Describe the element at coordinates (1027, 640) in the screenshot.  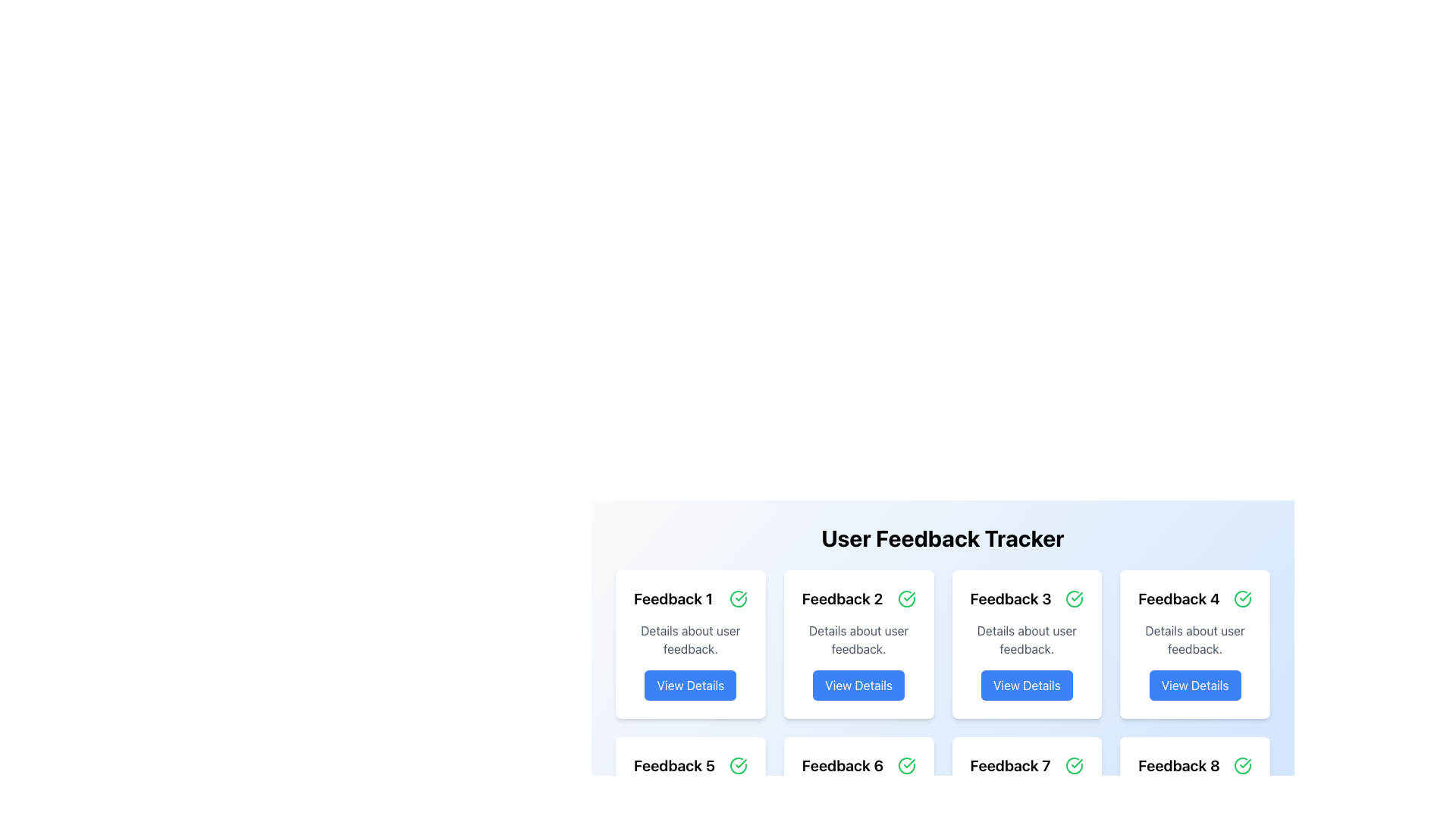
I see `the text label located beneath the header 'Feedback 3' and above the 'View Details' button within the card layout` at that location.